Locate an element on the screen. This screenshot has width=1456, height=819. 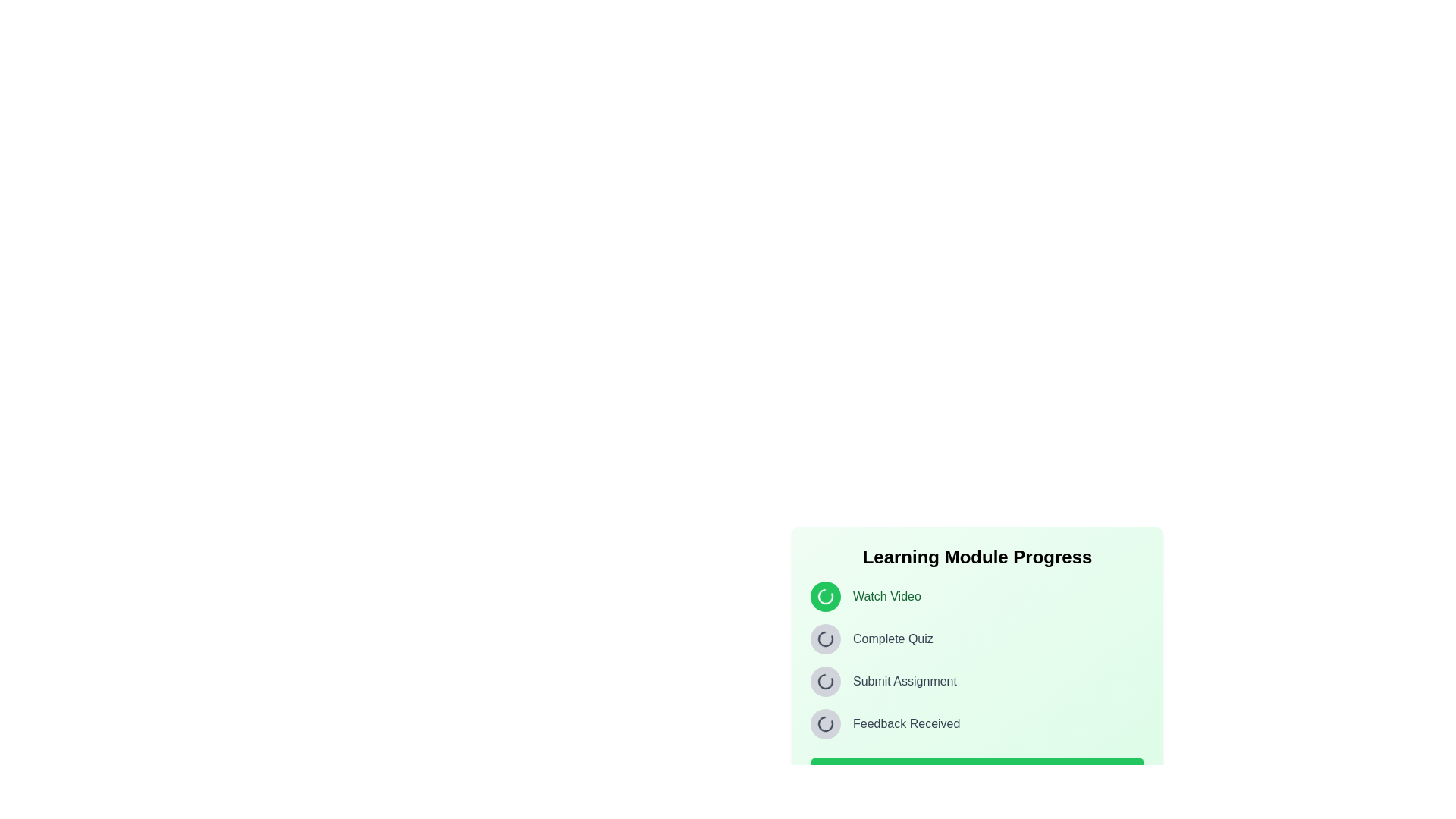
the 'Watch Video' static text label, which is styled in green and located in the 'Learning Module Progress' section, next to a round green icon is located at coordinates (886, 595).